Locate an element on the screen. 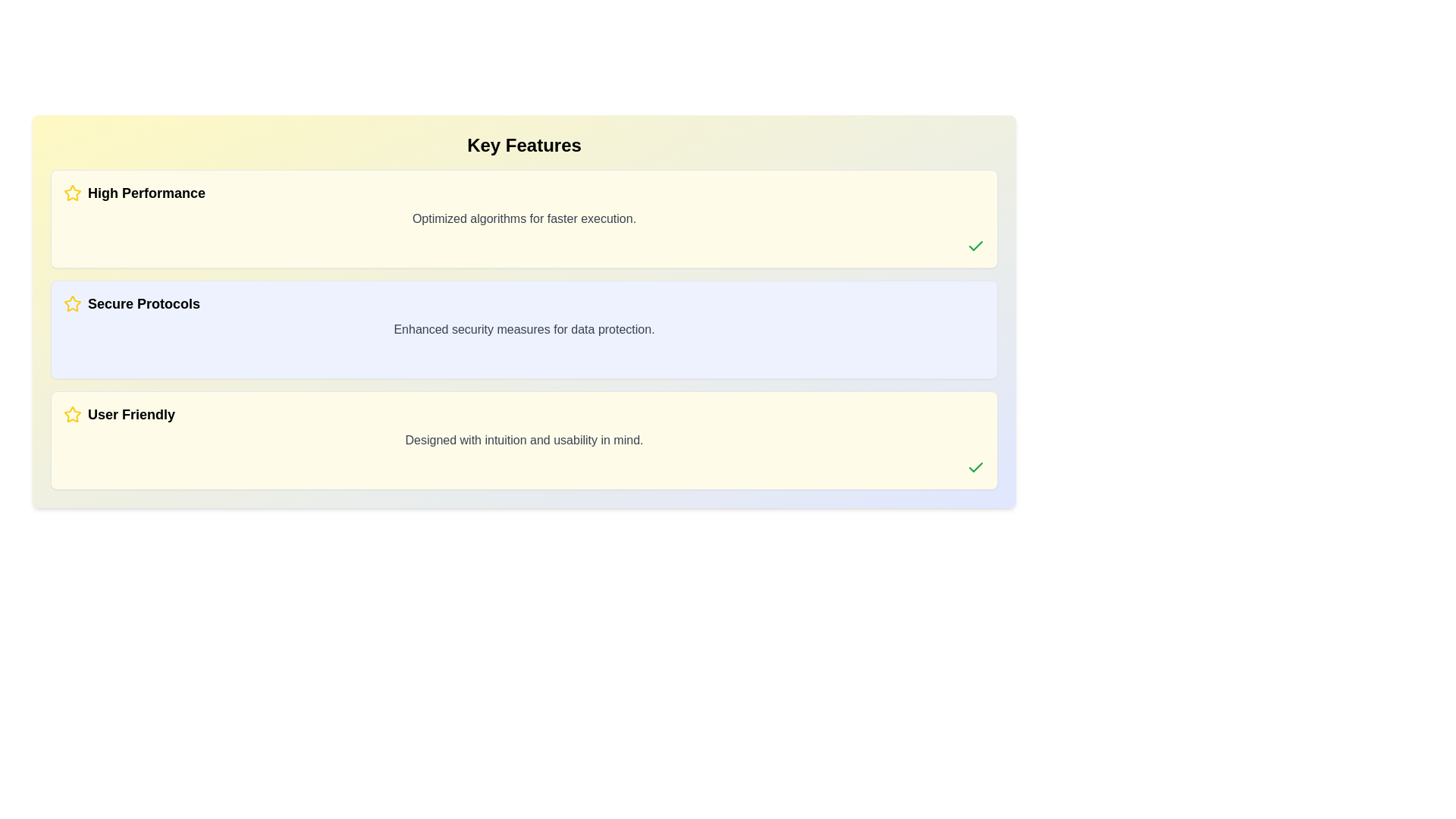 The image size is (1456, 819). the description text of Secure Protocols to select it is located at coordinates (524, 329).